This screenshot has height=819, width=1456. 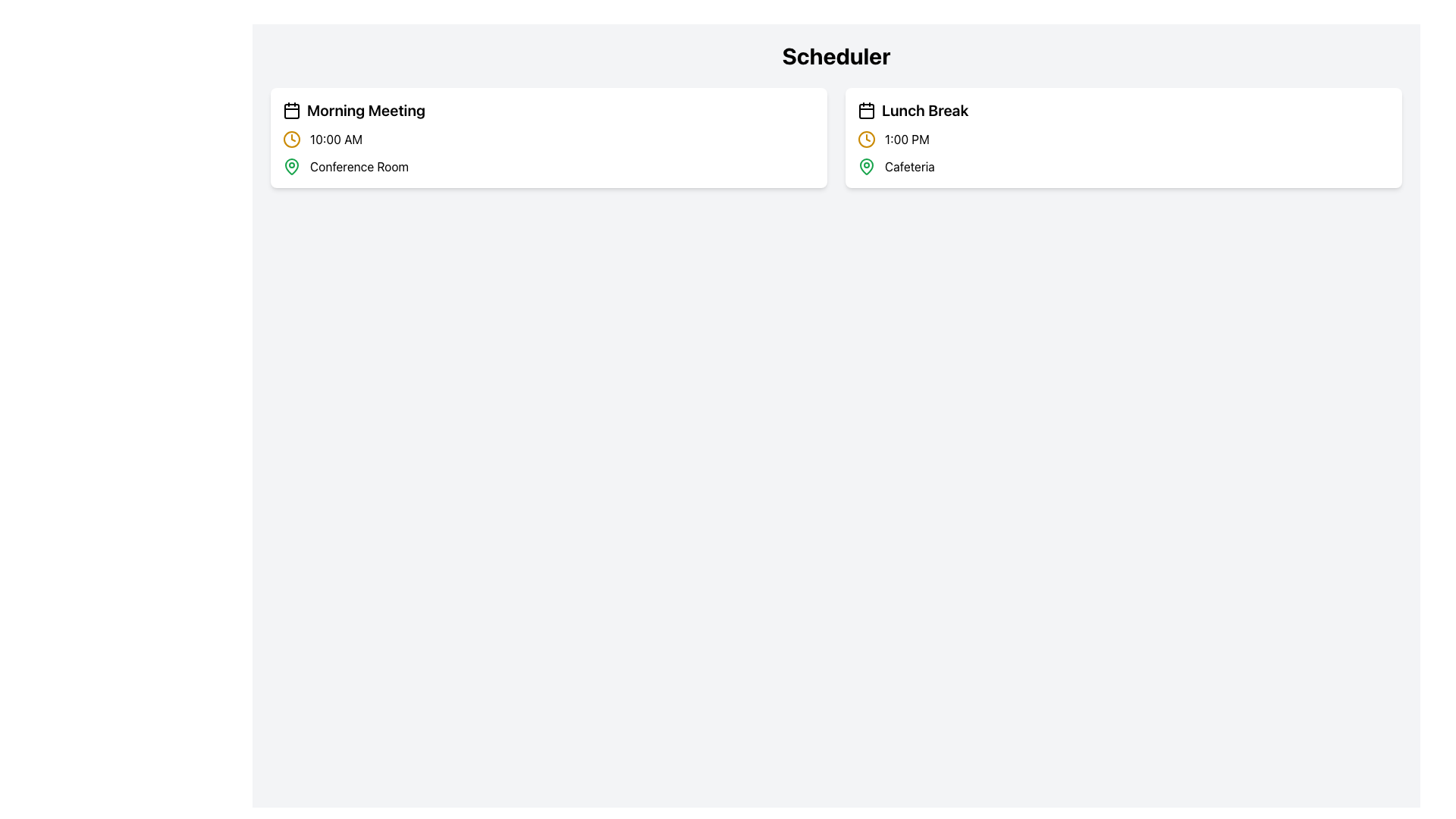 What do you see at coordinates (291, 140) in the screenshot?
I see `the clock face graphical element represented as a circle in the SVG, located in the first item of the scheduler view, next to the time text '10:00 AM' under the title 'Morning Meeting'` at bounding box center [291, 140].